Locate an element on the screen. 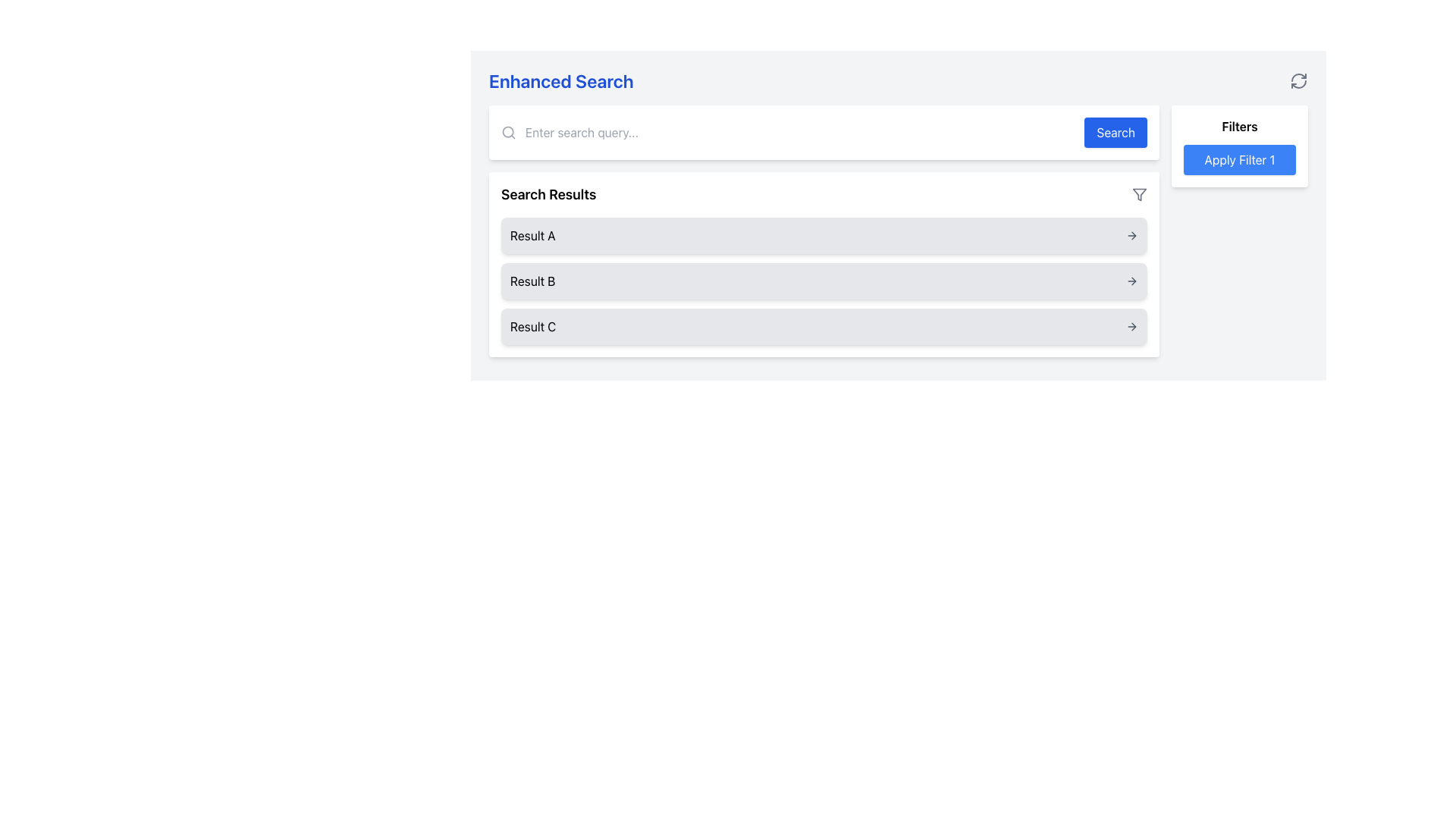 This screenshot has width=1456, height=819. design of the filtering icon located in the upper-right corner of the 'Search Results' section, above the list of results and next to the 'Apply Filter 1' button for visual clarity is located at coordinates (1139, 194).